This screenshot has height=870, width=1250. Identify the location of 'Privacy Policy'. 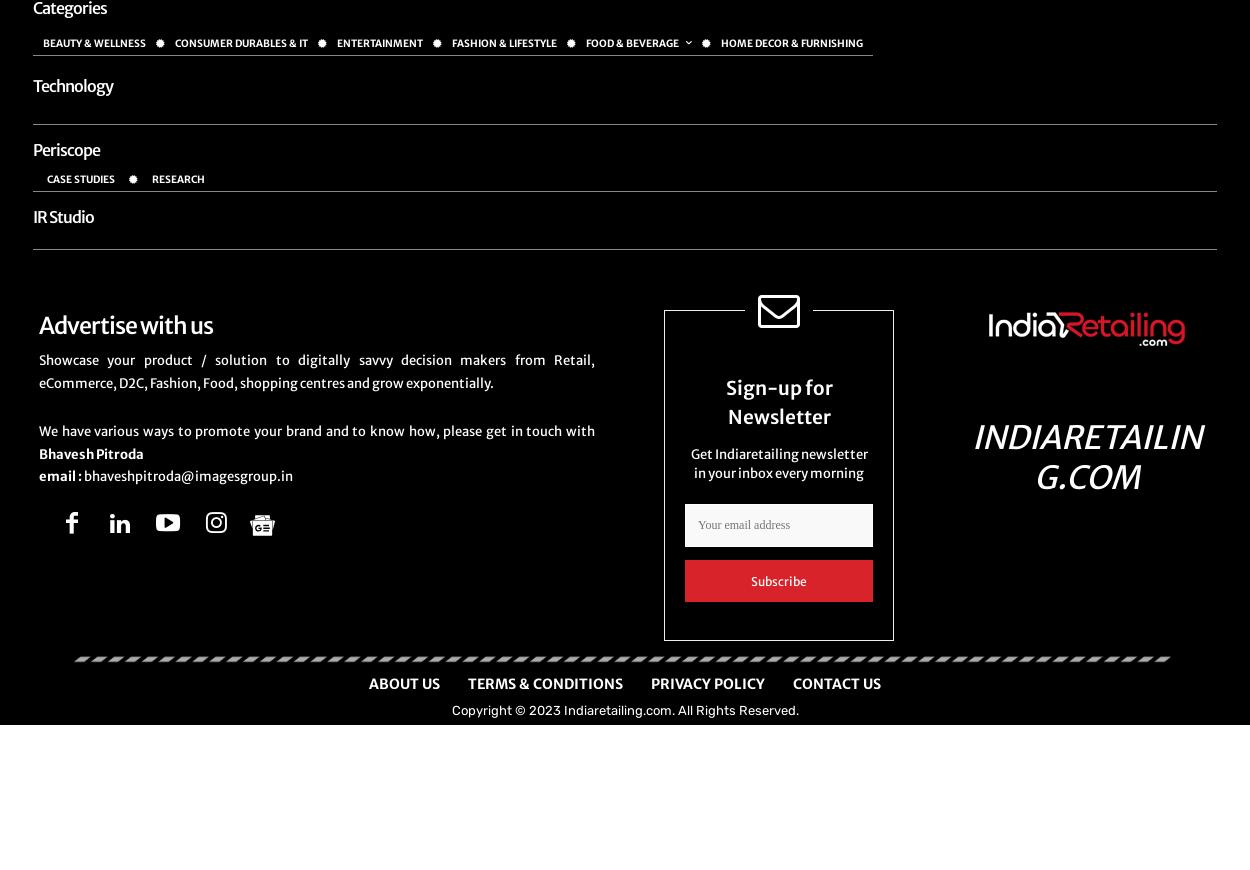
(707, 683).